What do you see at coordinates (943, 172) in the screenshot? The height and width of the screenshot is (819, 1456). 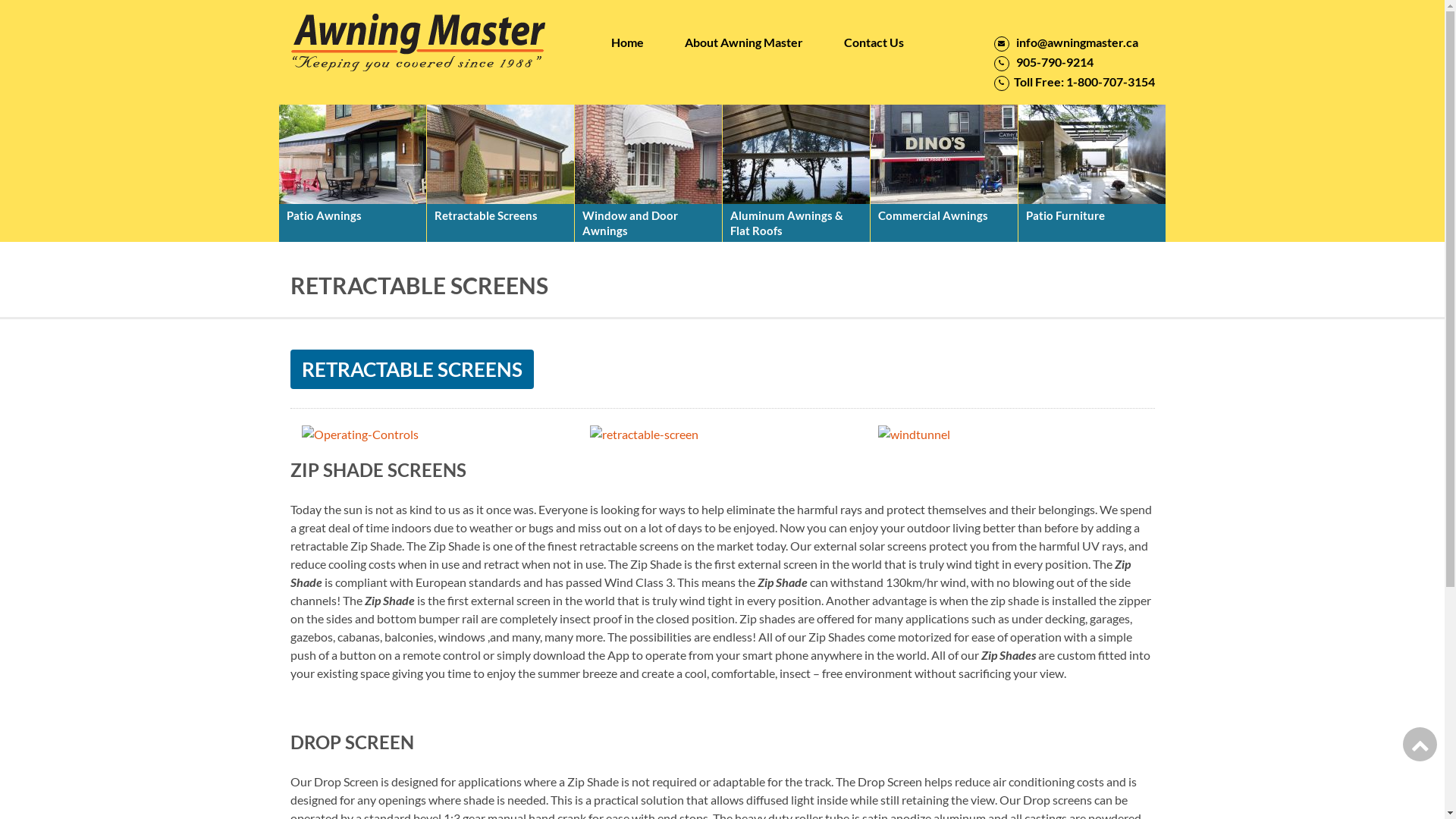 I see `'Commercial Awnings'` at bounding box center [943, 172].